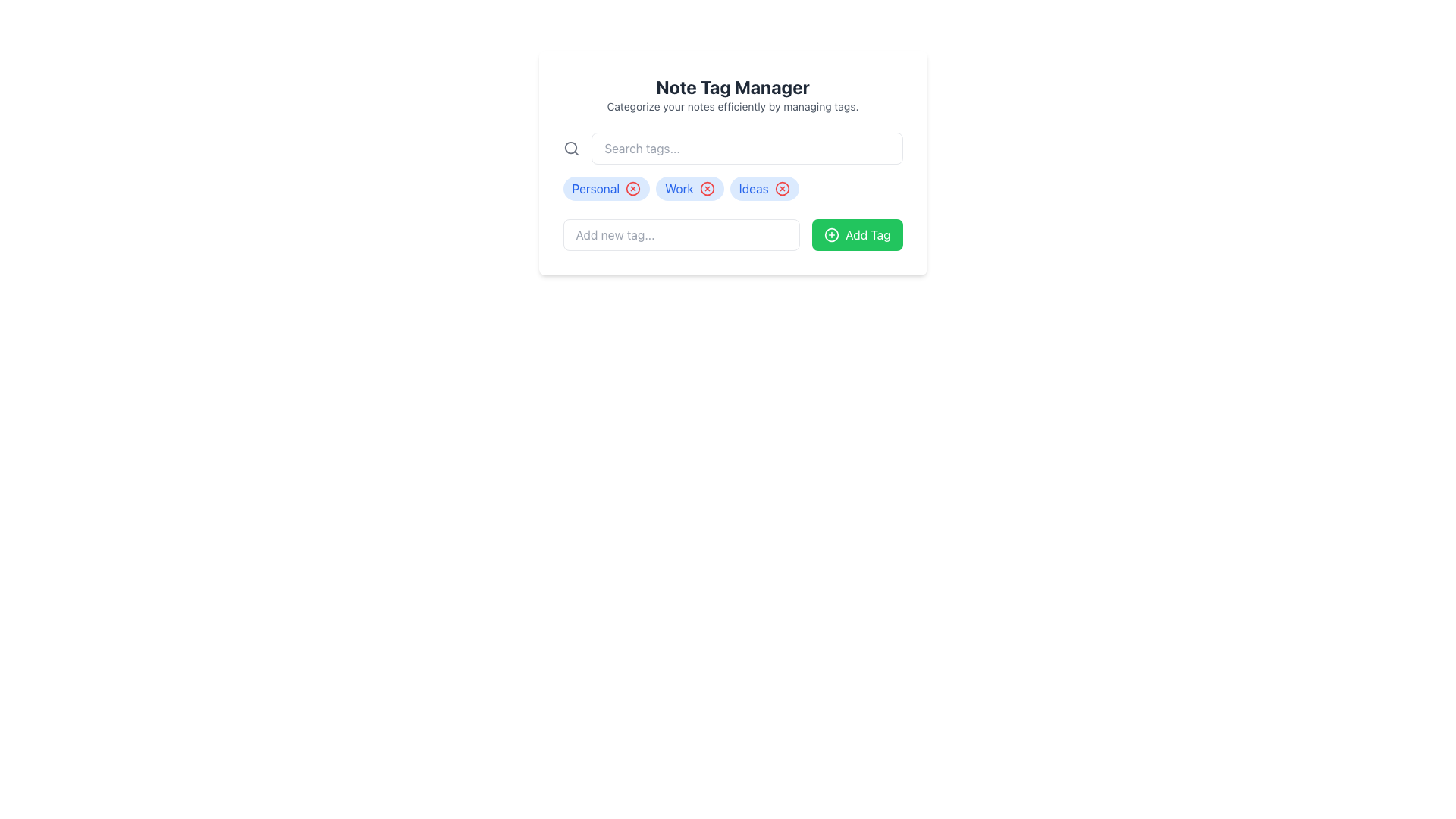  What do you see at coordinates (706, 188) in the screenshot?
I see `the interactive icon button that removes the 'Work' tag to possibly show a tooltip` at bounding box center [706, 188].